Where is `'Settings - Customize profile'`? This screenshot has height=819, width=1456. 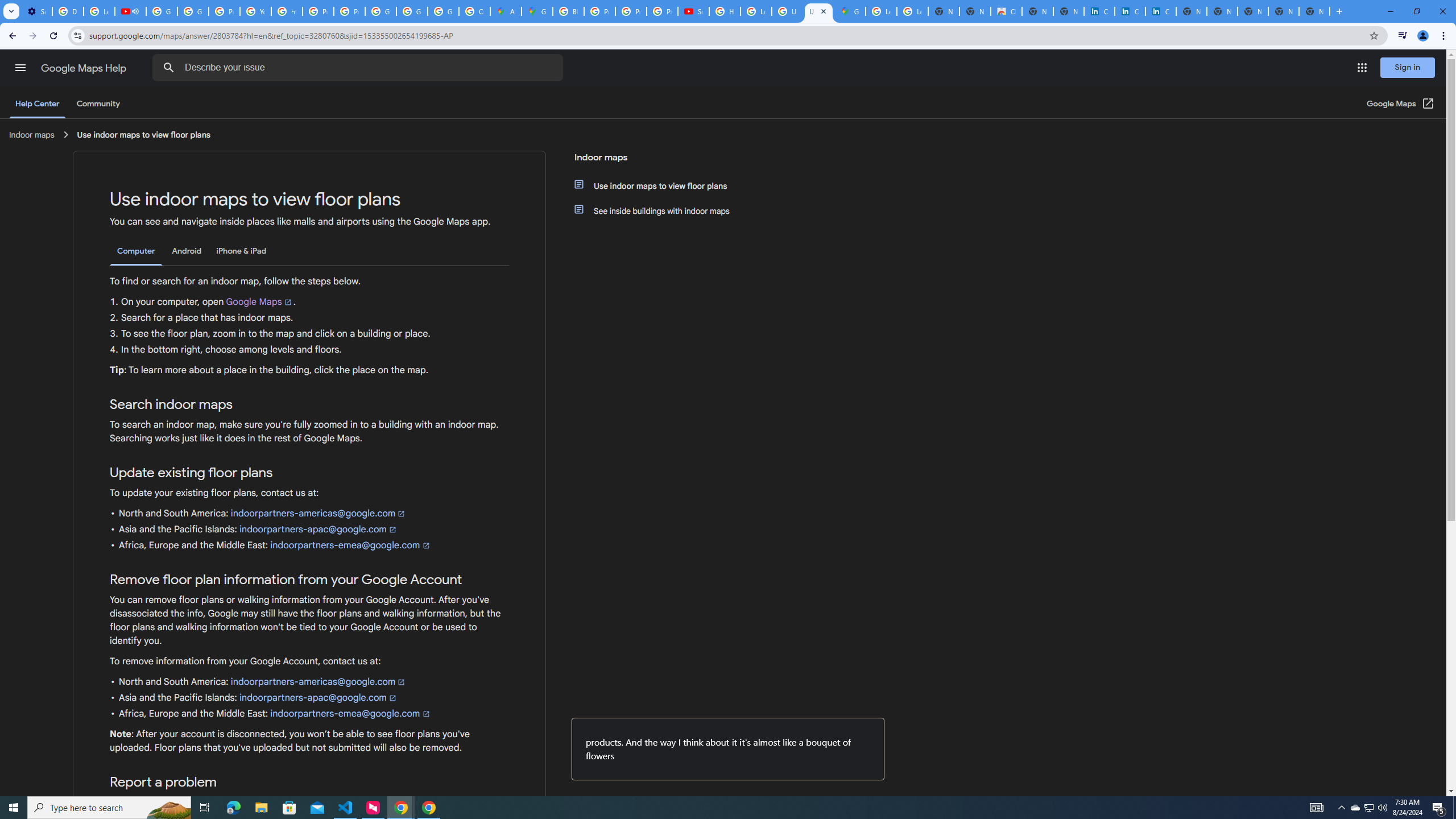 'Settings - Customize profile' is located at coordinates (36, 11).